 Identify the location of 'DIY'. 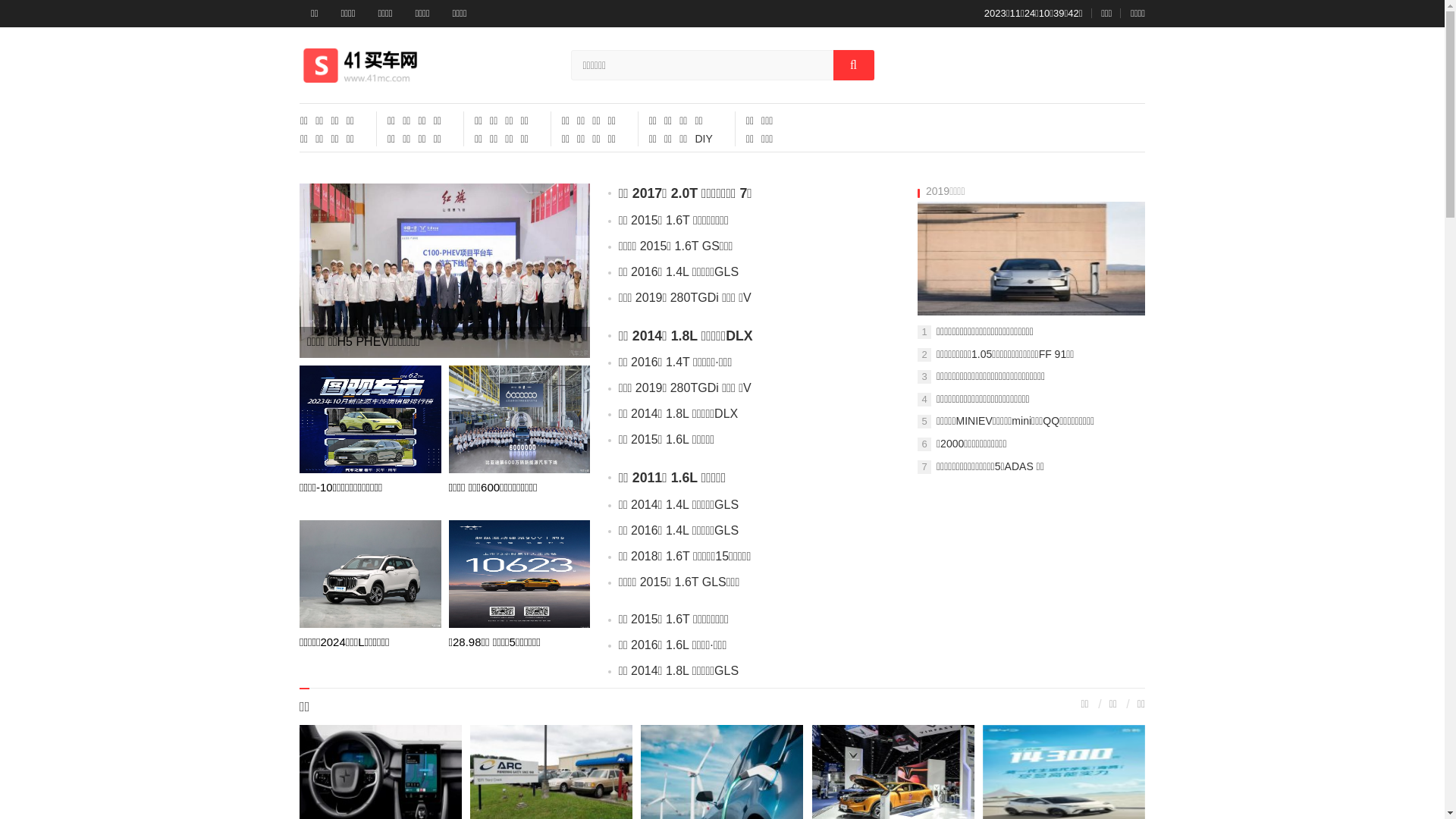
(702, 138).